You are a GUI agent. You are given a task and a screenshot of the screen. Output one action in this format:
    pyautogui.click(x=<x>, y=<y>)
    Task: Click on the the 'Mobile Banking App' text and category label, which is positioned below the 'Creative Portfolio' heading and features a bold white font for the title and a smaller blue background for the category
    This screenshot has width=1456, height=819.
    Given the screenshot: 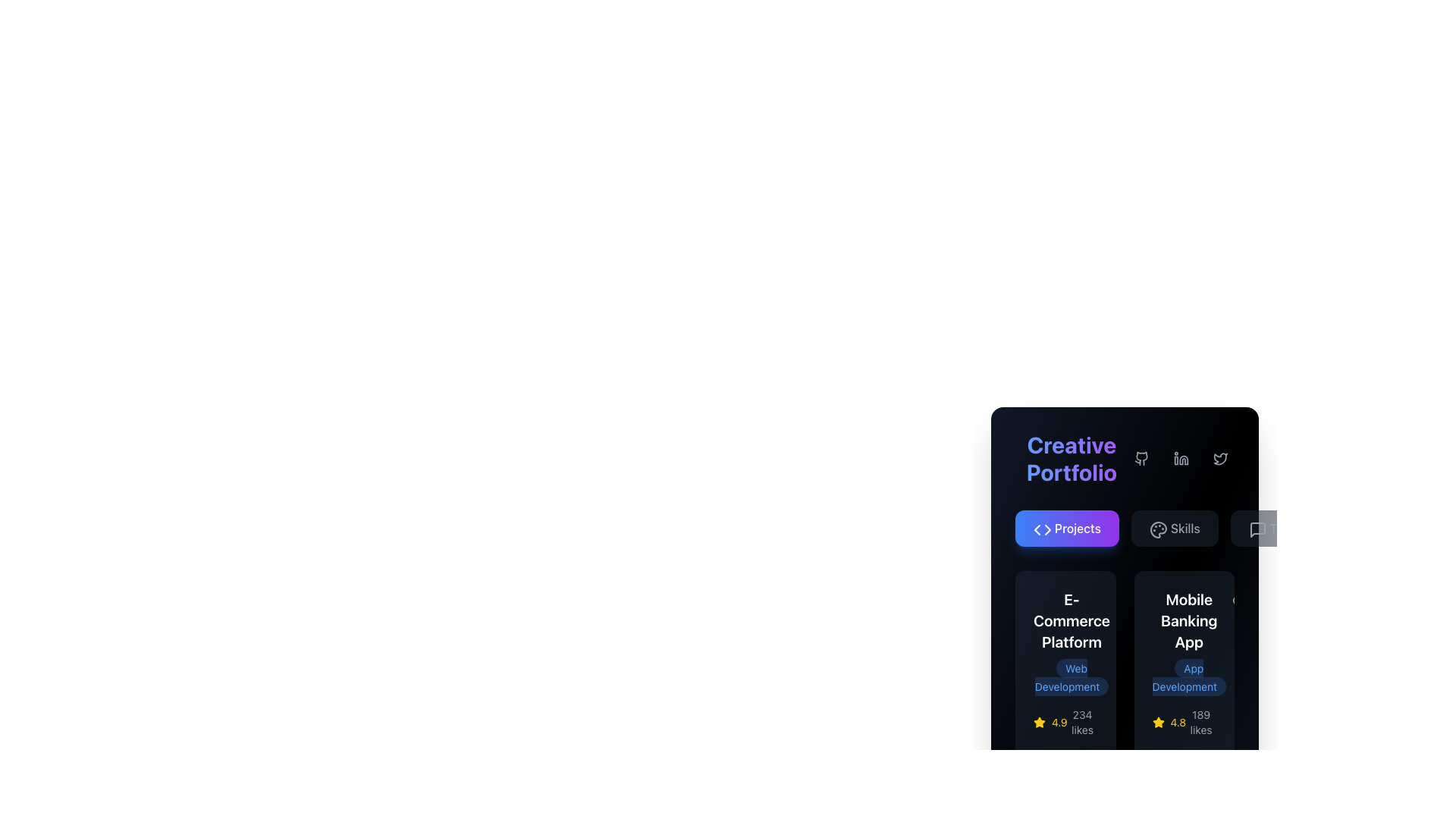 What is the action you would take?
    pyautogui.click(x=1188, y=642)
    